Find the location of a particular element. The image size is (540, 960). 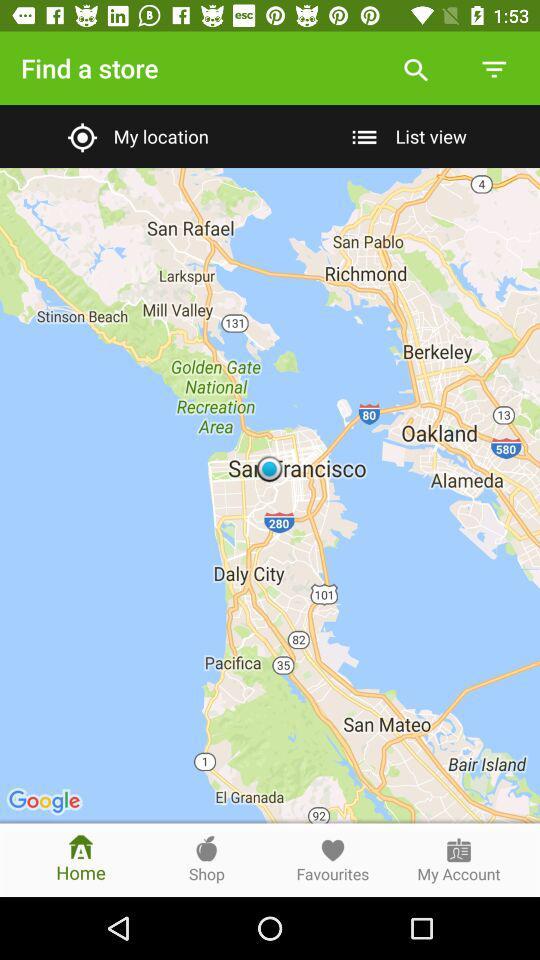

the item to the right of find a store icon is located at coordinates (415, 68).